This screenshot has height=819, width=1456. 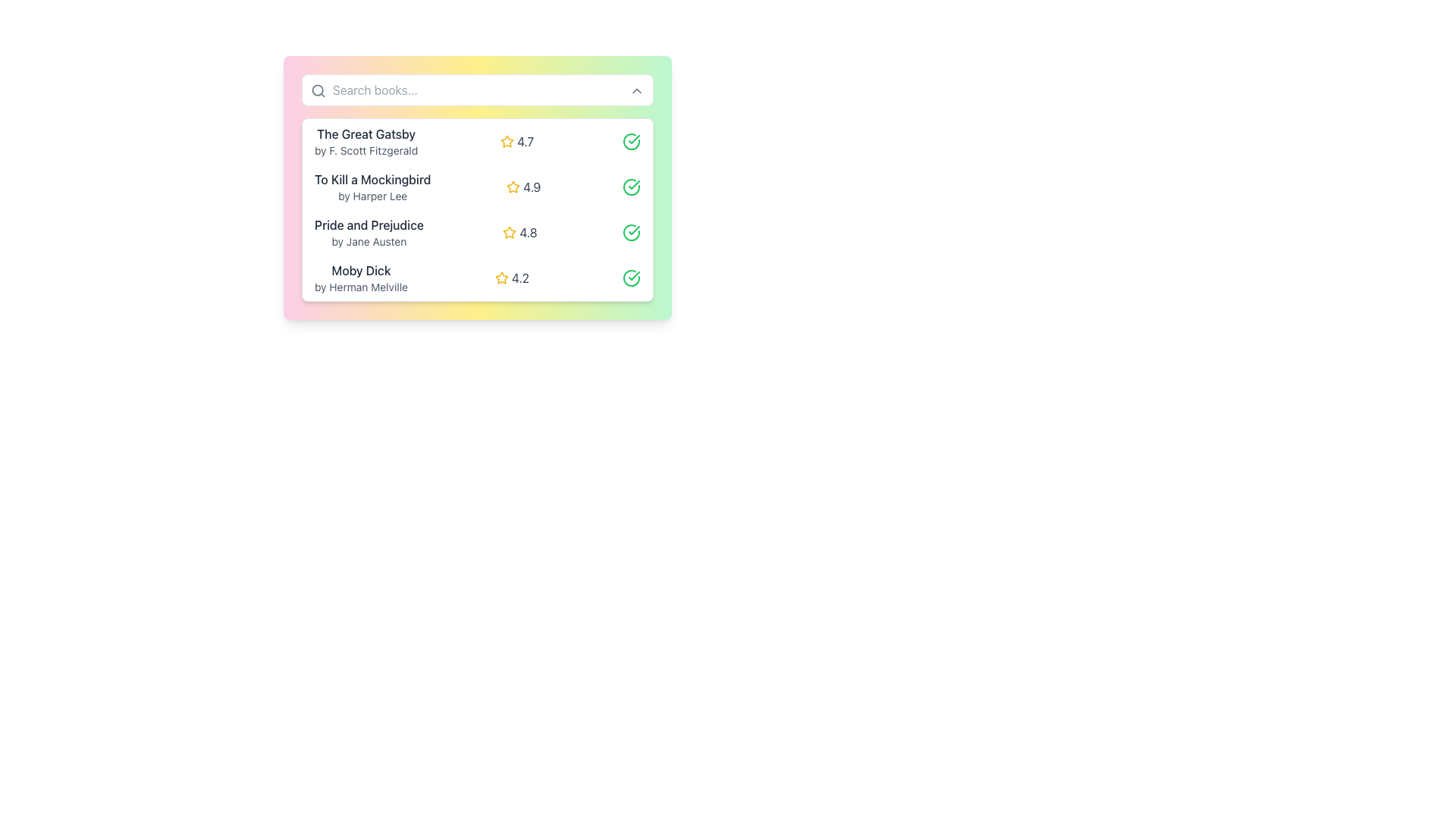 What do you see at coordinates (512, 278) in the screenshot?
I see `the golden star icon of the rating display for the book 'Moby Dick' by Herman Melville, which is located in the fourth row of the book list` at bounding box center [512, 278].